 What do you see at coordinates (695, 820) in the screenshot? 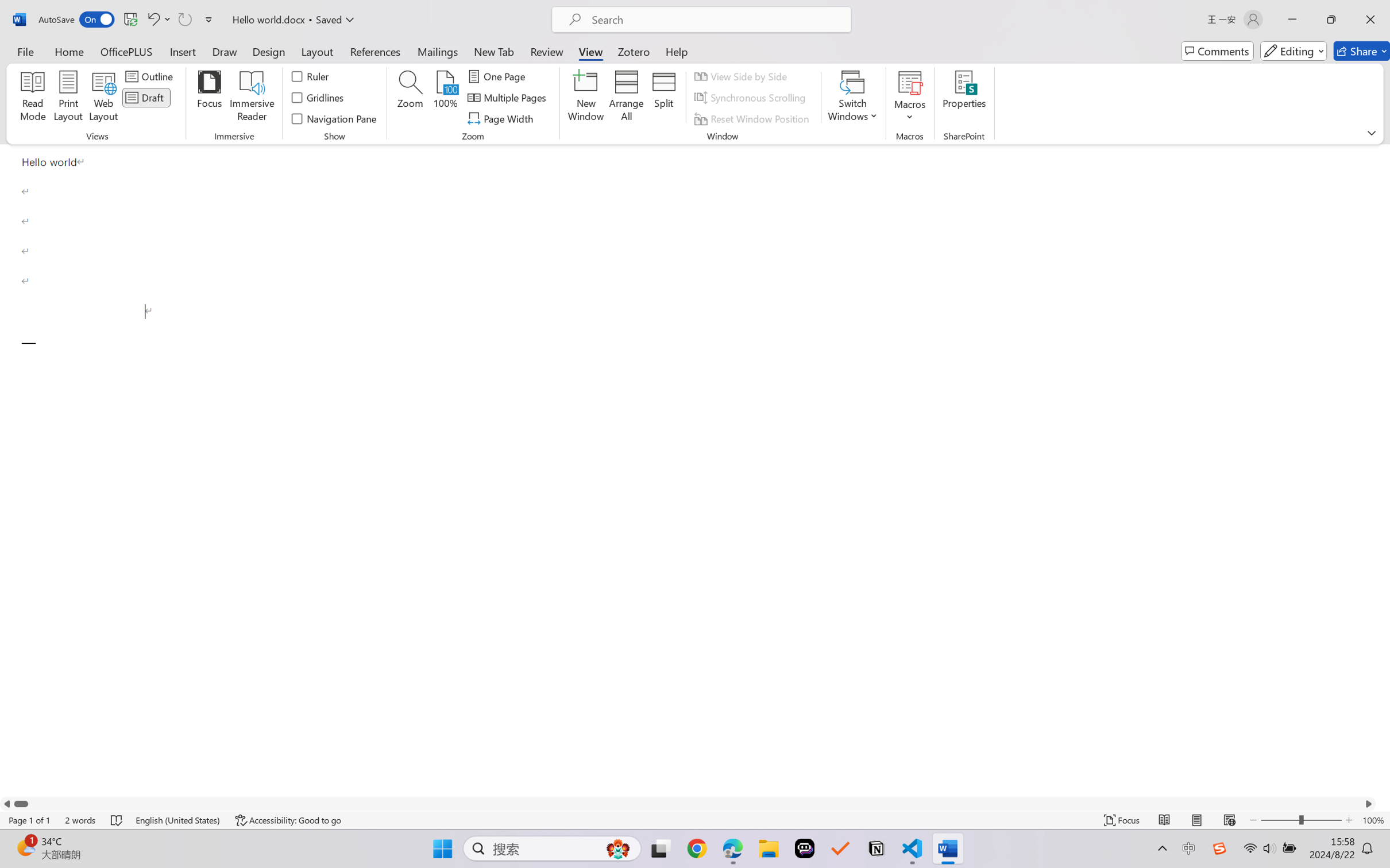
I see `'Class: MsoCommandBar'` at bounding box center [695, 820].